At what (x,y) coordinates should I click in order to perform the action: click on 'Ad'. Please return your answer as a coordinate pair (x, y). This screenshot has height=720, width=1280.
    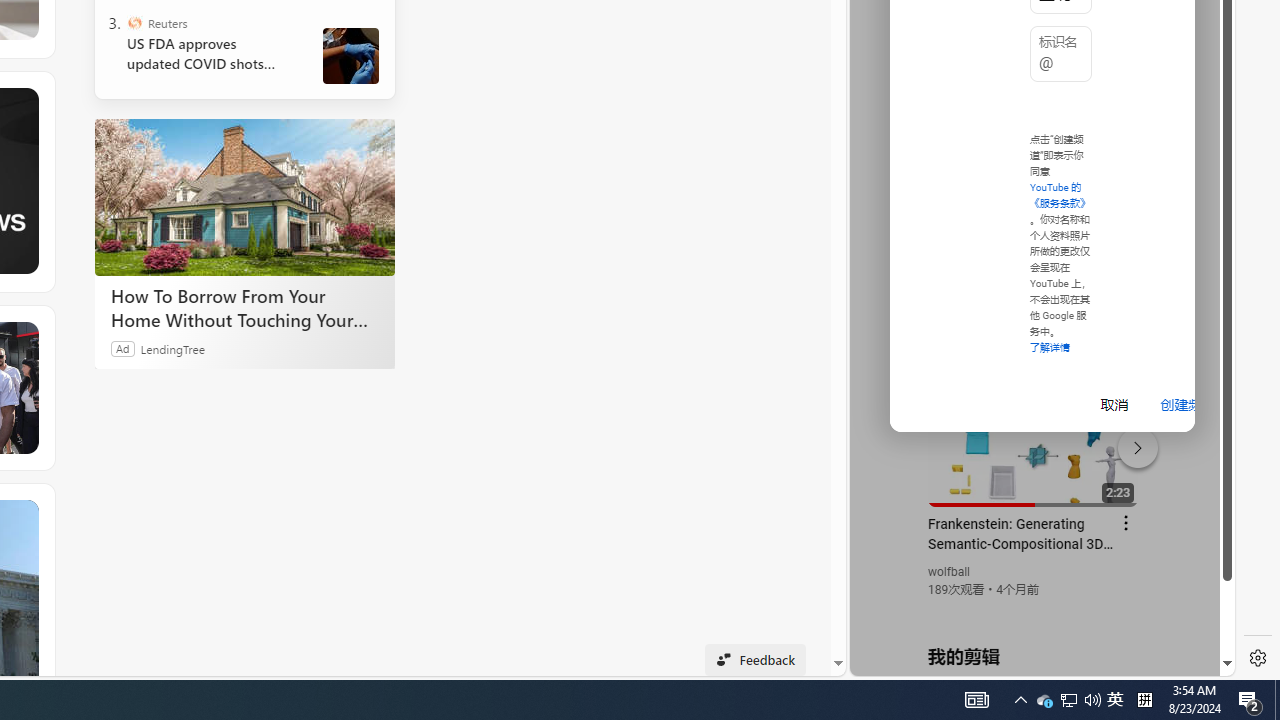
    Looking at the image, I should click on (122, 347).